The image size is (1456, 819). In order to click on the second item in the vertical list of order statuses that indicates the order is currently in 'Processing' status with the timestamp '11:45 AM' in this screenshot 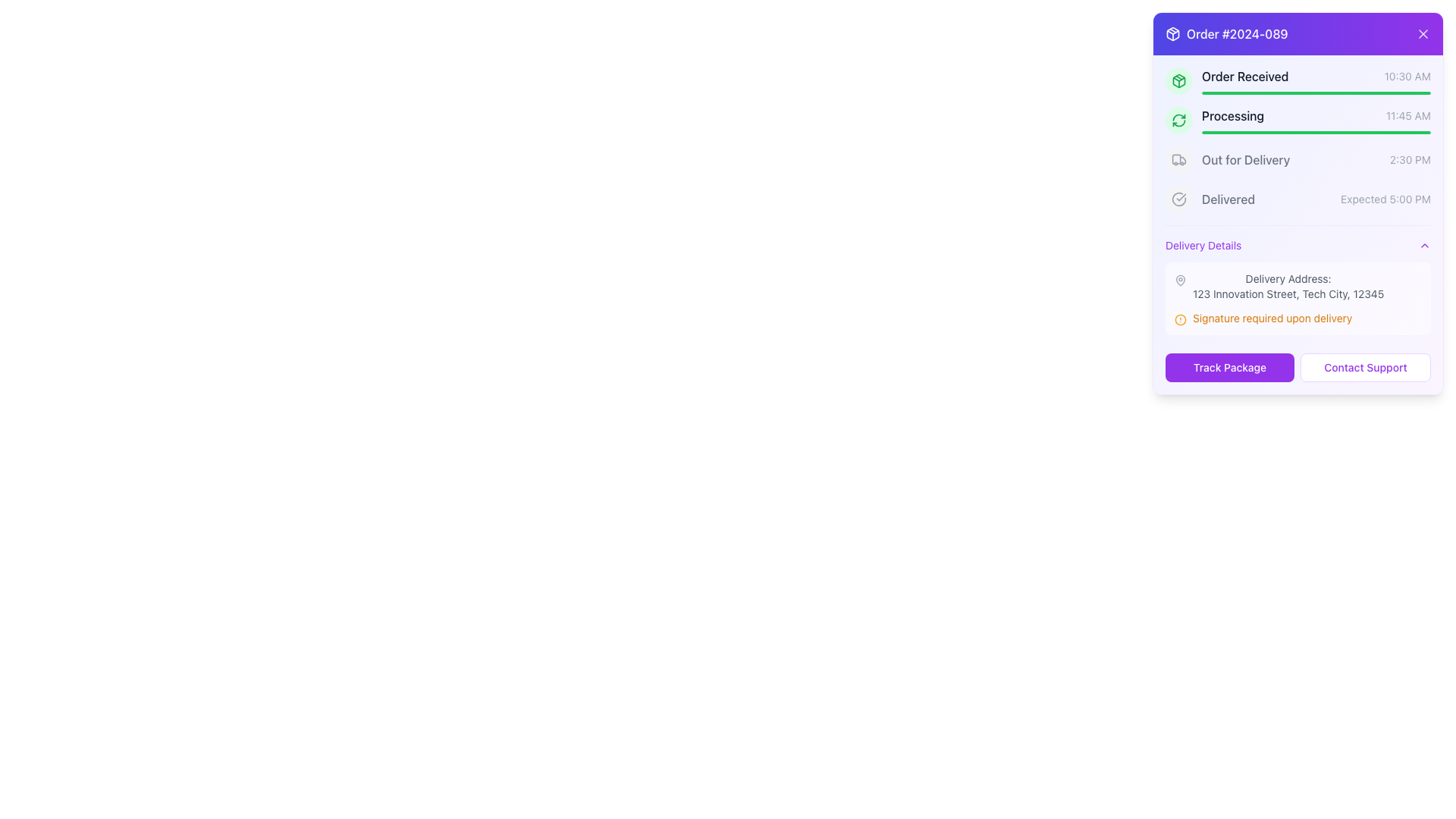, I will do `click(1298, 140)`.